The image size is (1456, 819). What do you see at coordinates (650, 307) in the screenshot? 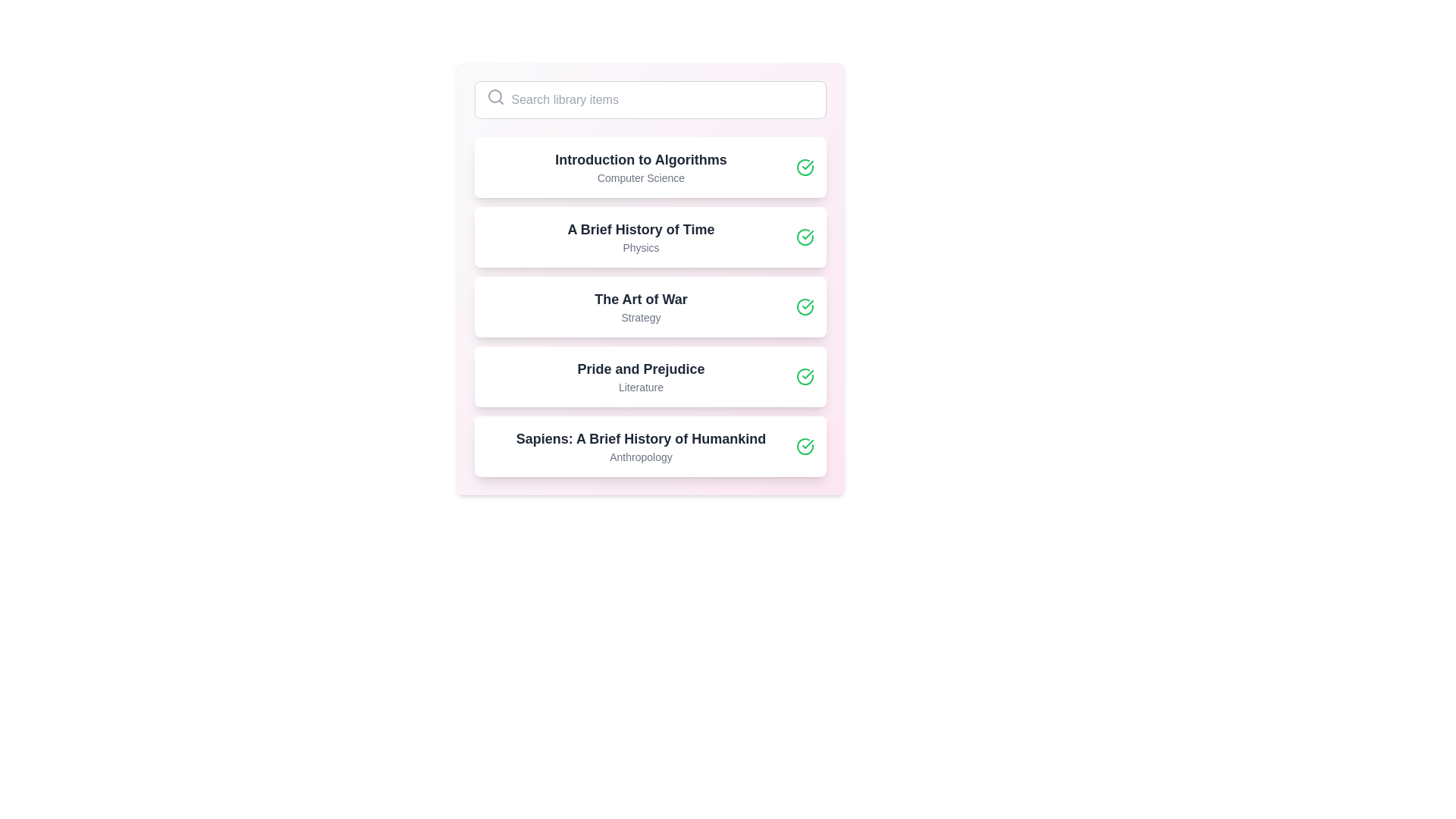
I see `the third card in the vertical list, which displays 'The Art of War' in bold text and has a green checkmark icon on the right` at bounding box center [650, 307].